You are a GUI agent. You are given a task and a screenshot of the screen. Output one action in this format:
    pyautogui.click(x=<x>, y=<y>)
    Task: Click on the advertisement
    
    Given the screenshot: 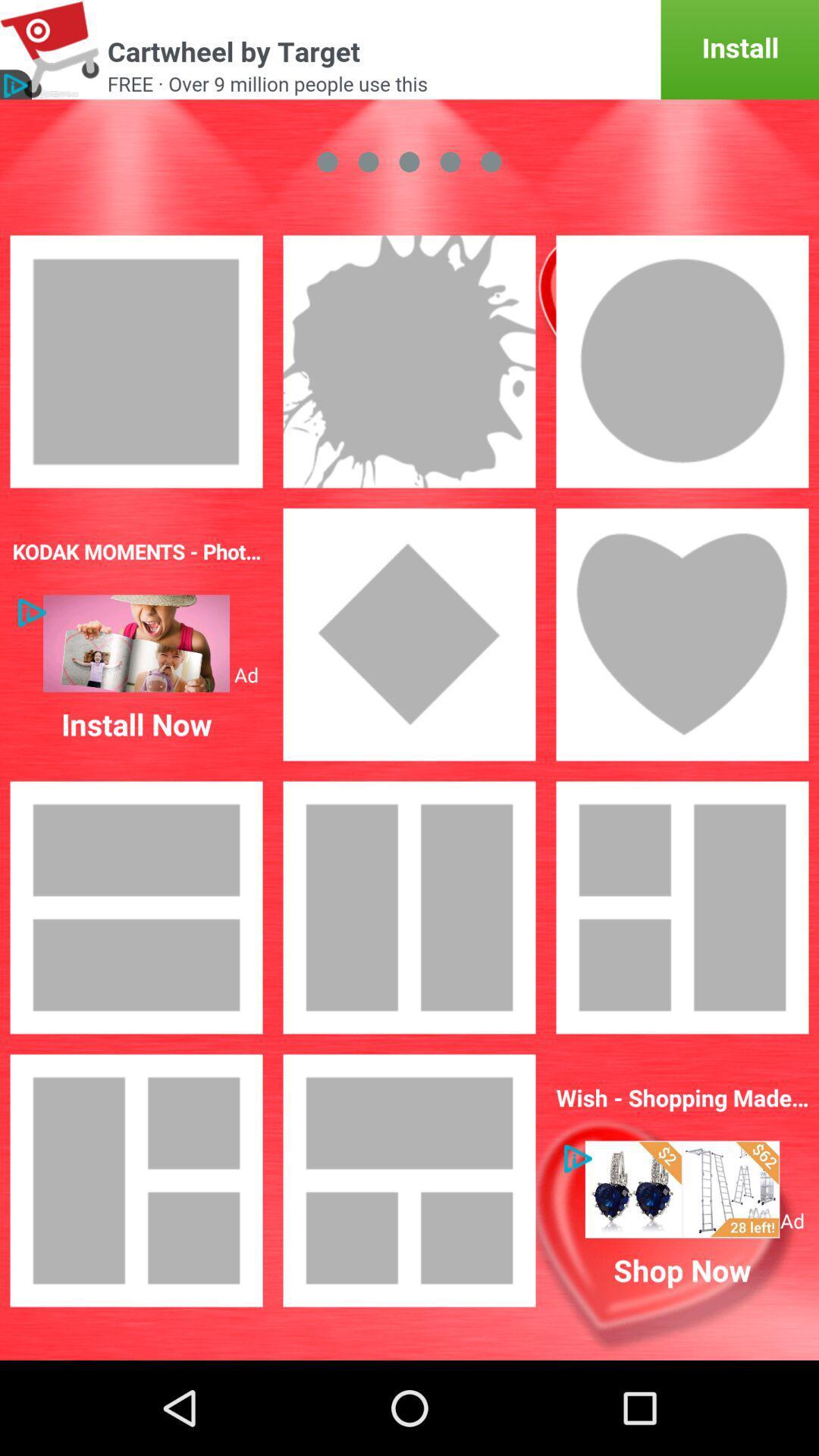 What is the action you would take?
    pyautogui.click(x=409, y=49)
    